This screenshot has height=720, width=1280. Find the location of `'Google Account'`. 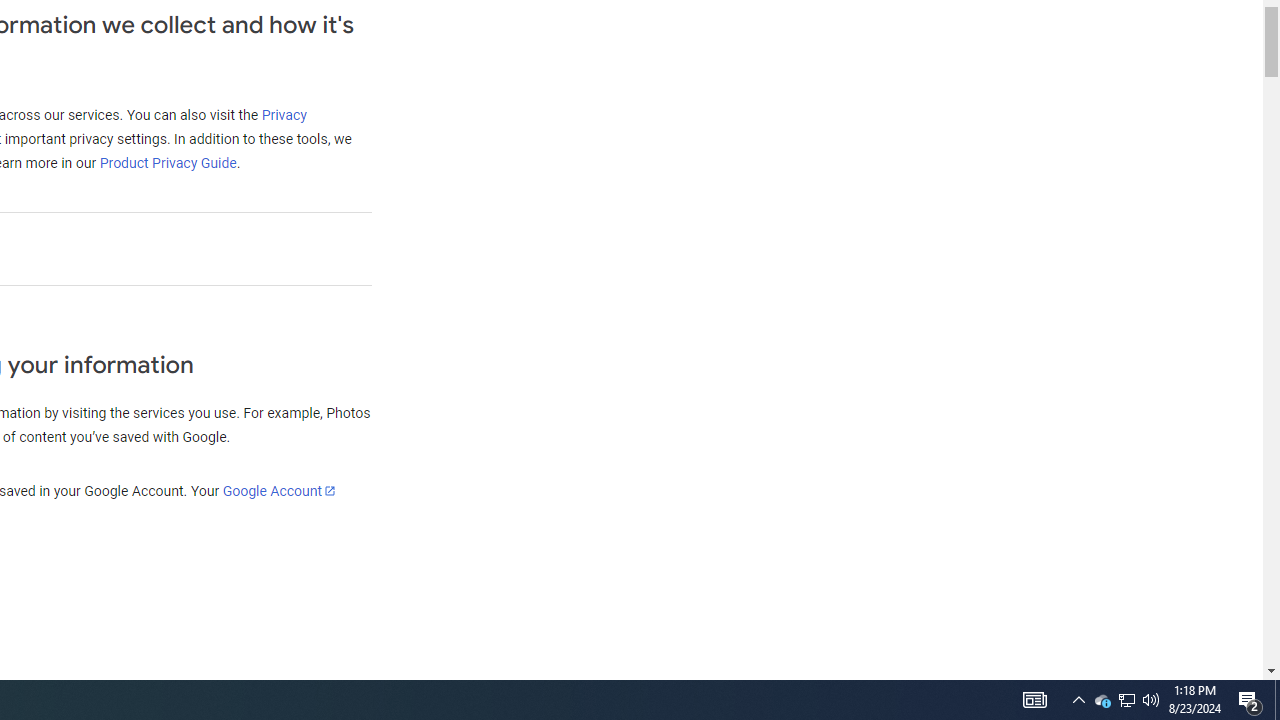

'Google Account' is located at coordinates (278, 490).